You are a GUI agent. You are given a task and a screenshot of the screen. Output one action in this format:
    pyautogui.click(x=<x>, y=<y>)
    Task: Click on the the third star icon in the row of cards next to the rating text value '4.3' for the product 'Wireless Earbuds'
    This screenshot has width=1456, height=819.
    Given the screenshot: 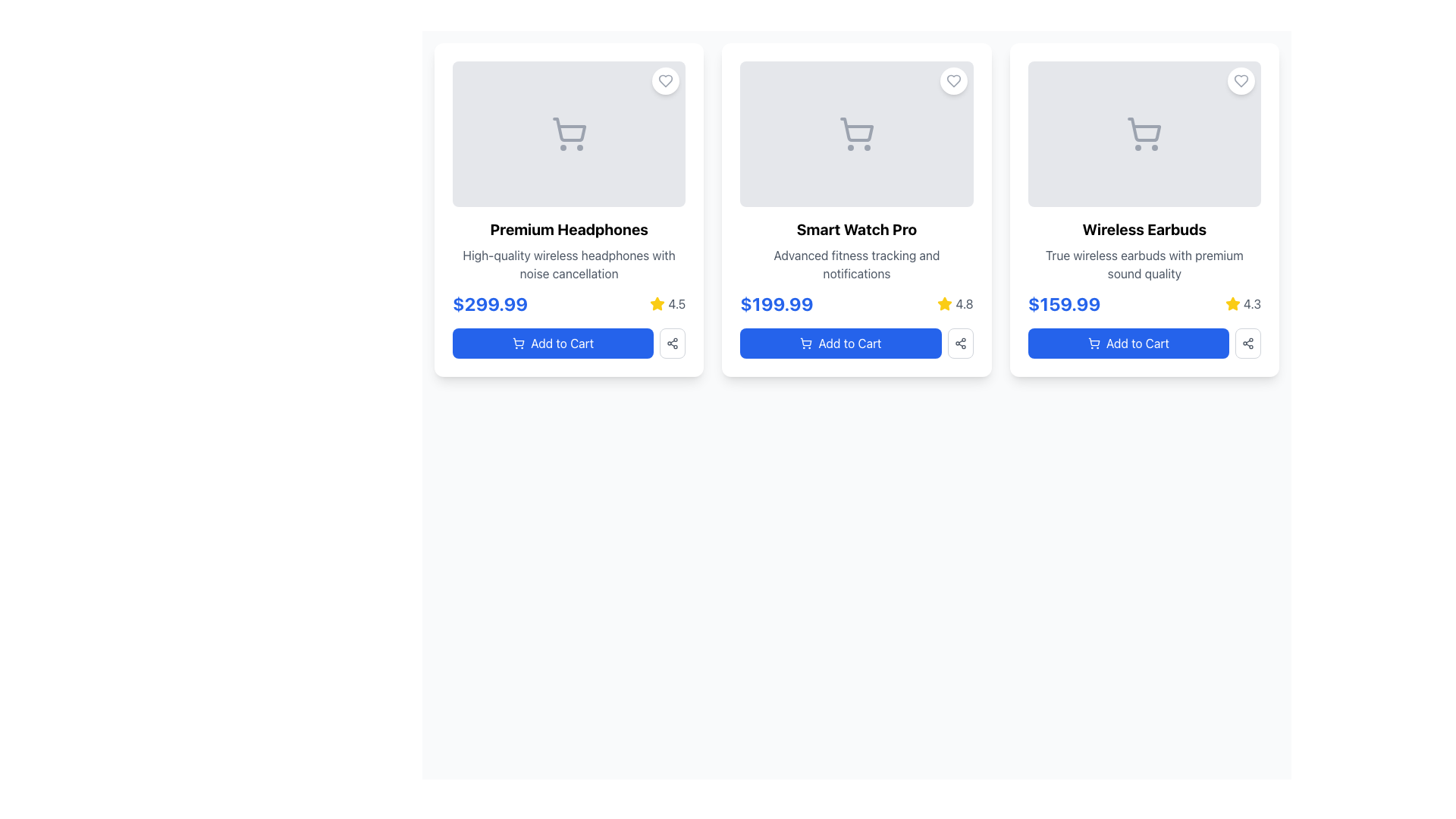 What is the action you would take?
    pyautogui.click(x=1232, y=303)
    